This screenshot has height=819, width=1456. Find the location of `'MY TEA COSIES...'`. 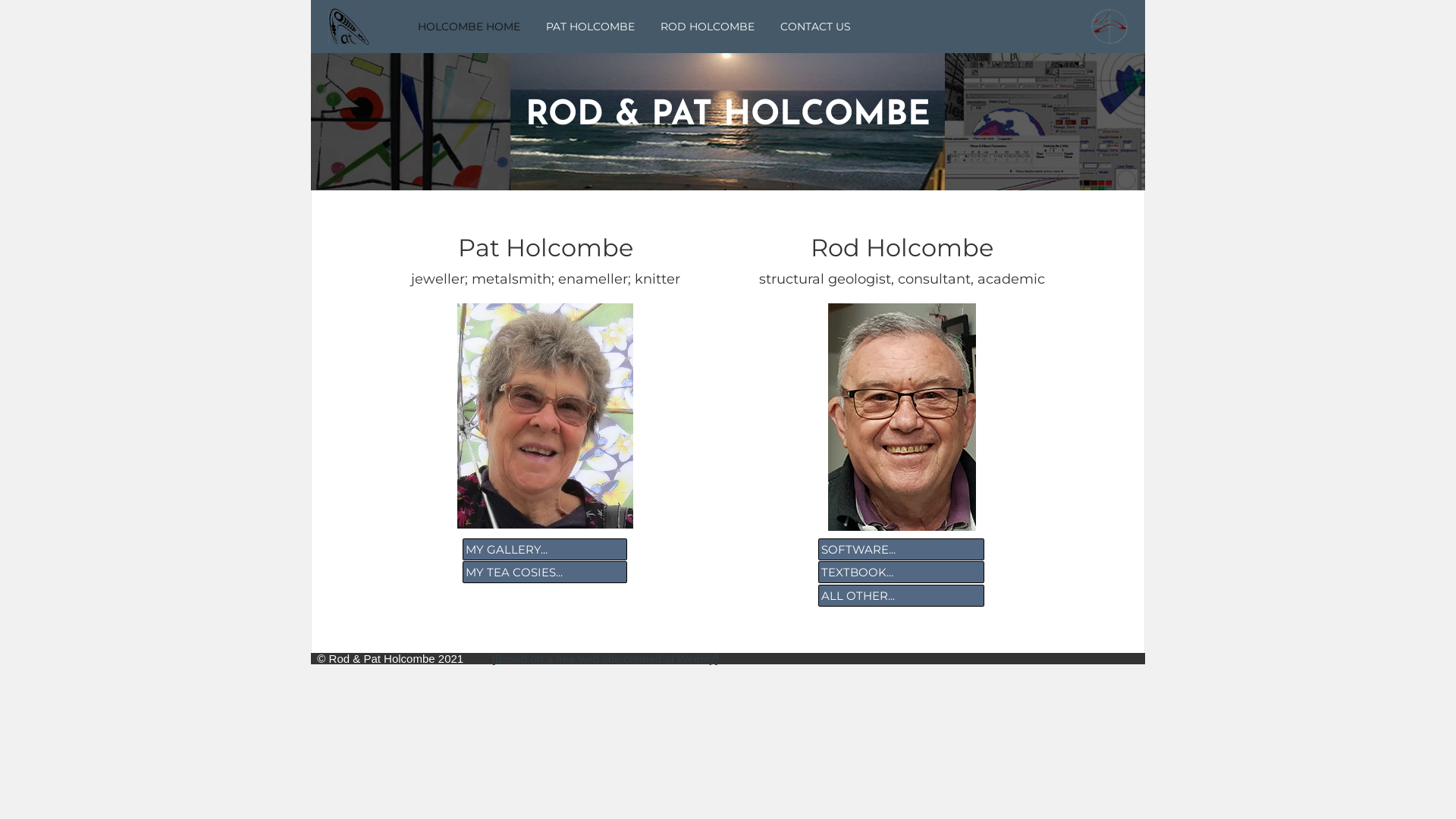

'MY TEA COSIES...' is located at coordinates (461, 572).